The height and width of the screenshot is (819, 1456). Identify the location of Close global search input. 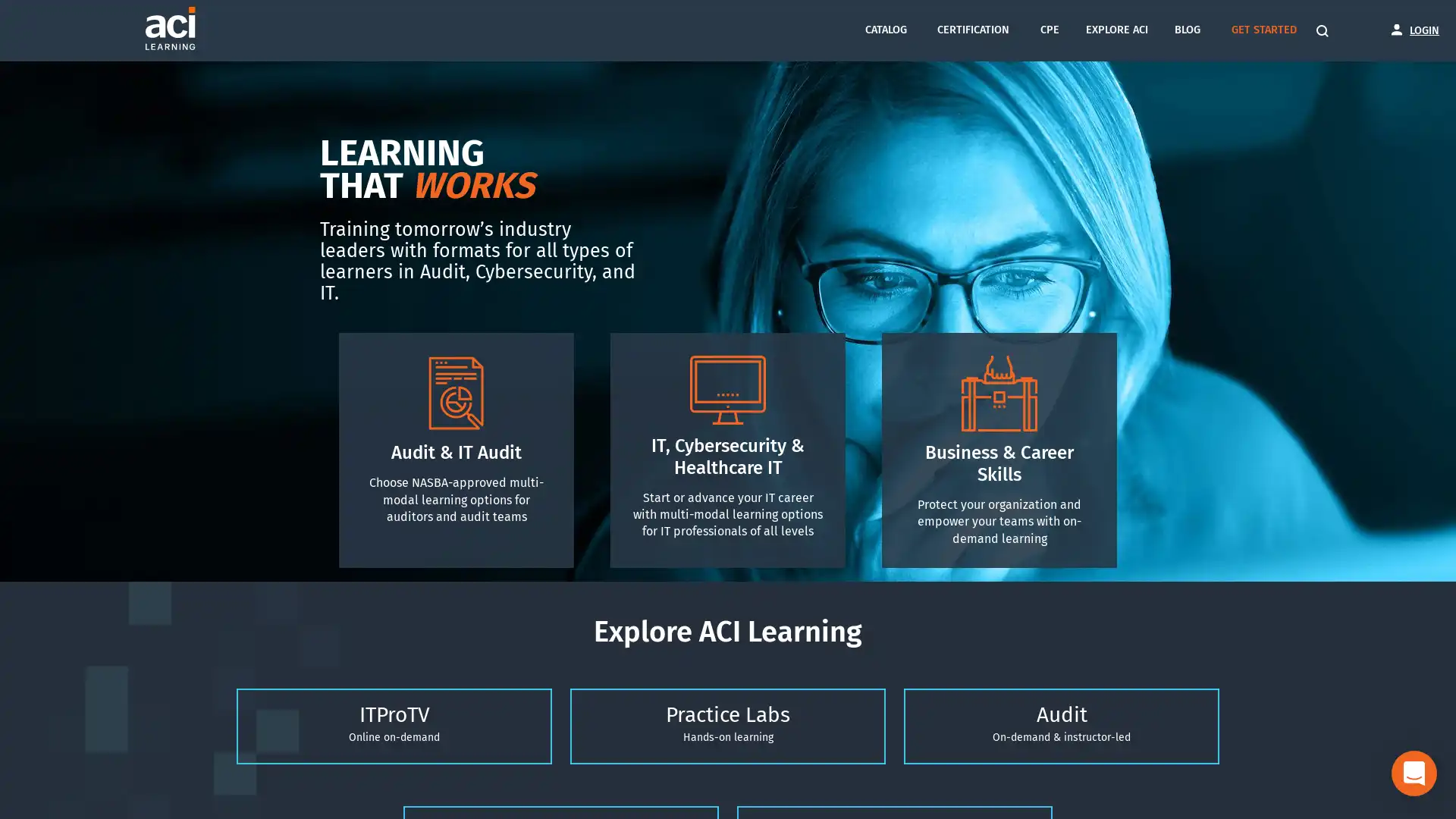
(495, 30).